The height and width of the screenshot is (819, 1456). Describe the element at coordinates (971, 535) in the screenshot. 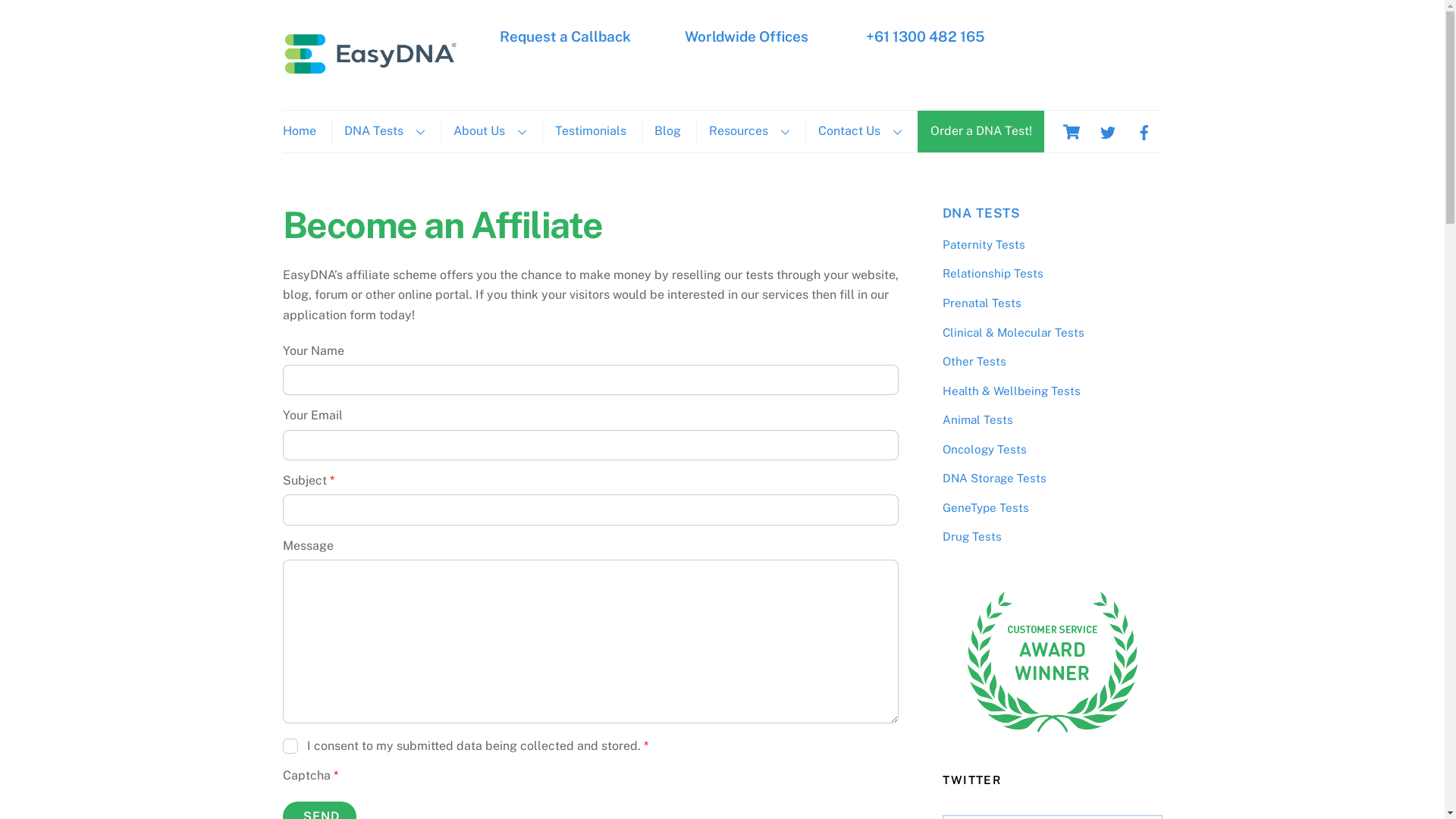

I see `'Drug Tests'` at that location.